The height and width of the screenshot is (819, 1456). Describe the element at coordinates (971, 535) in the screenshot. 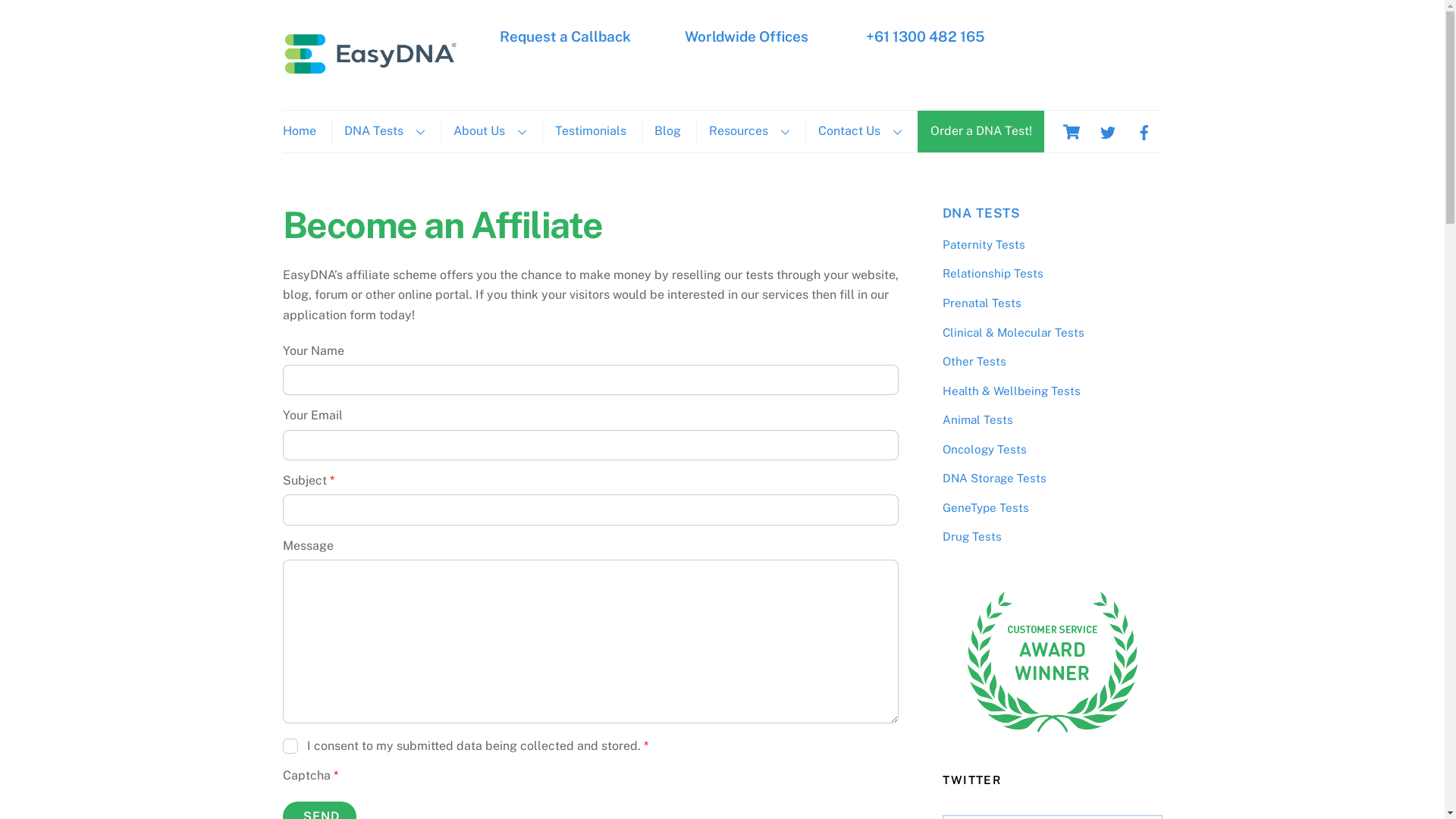

I see `'Drug Tests'` at that location.